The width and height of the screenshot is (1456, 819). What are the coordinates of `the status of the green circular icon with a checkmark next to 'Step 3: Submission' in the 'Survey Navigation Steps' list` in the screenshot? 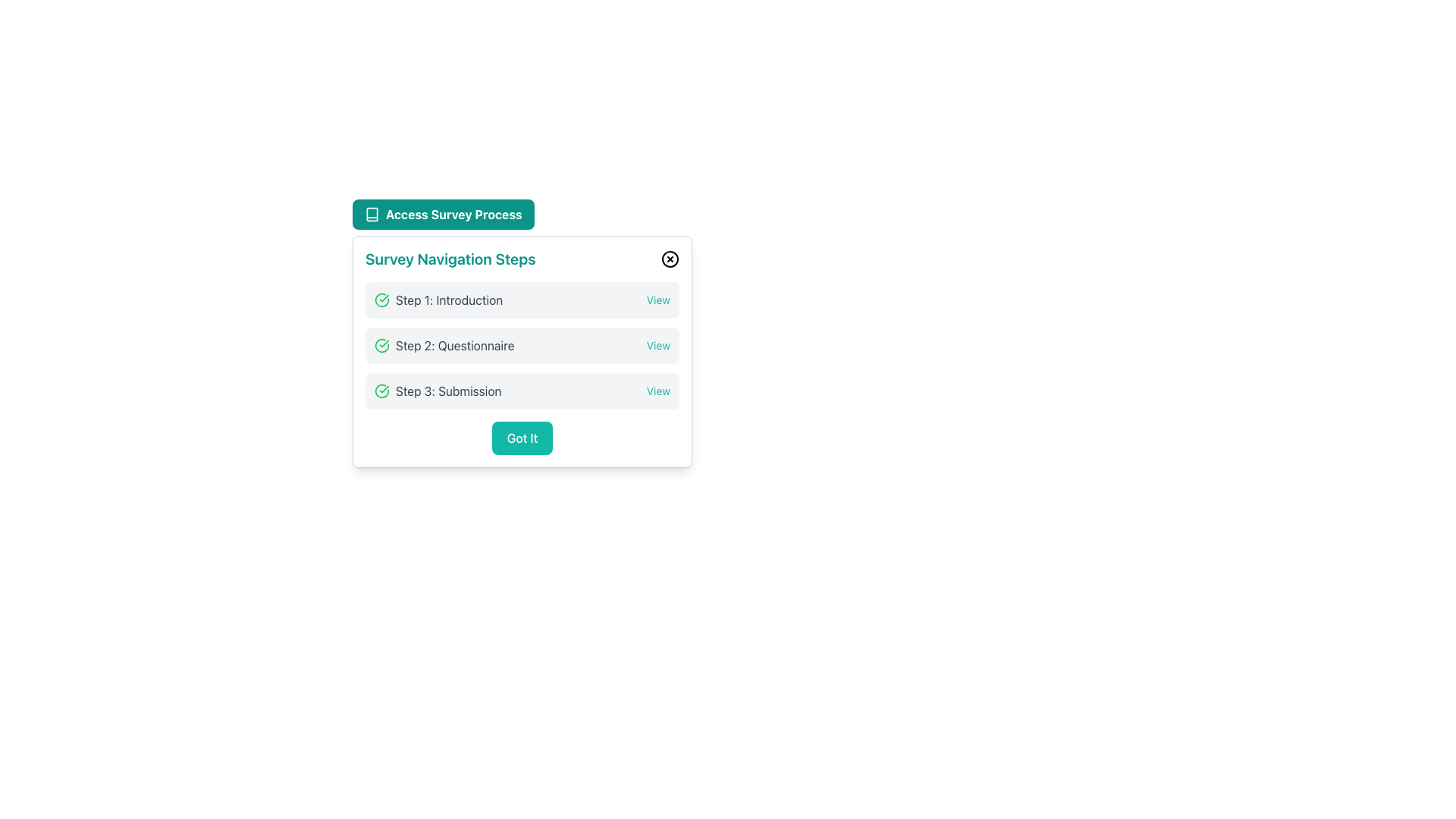 It's located at (382, 391).